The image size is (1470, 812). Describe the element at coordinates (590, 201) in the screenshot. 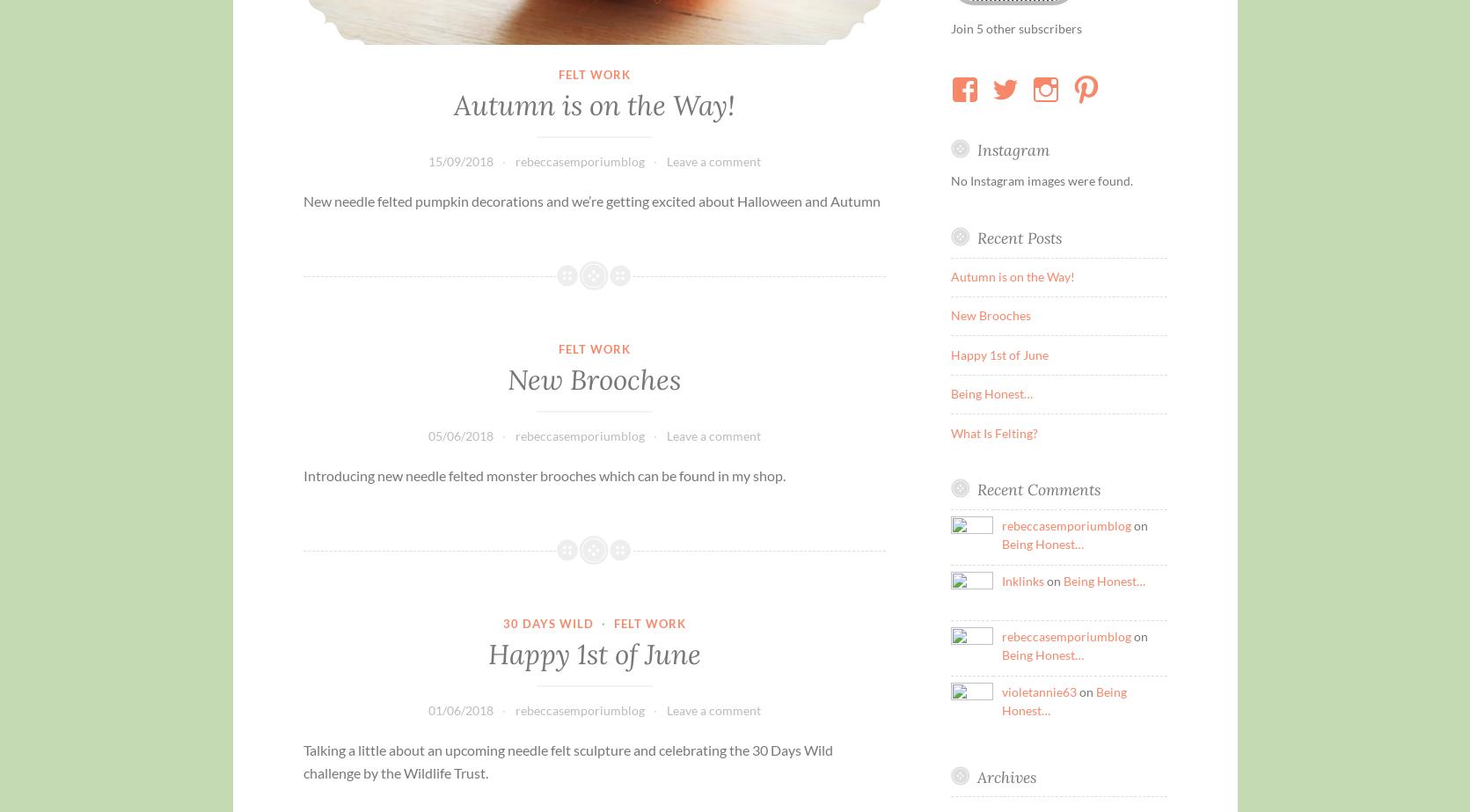

I see `'New needle felted pumpkin decorations and we’re getting excited about Halloween and Autumn'` at that location.